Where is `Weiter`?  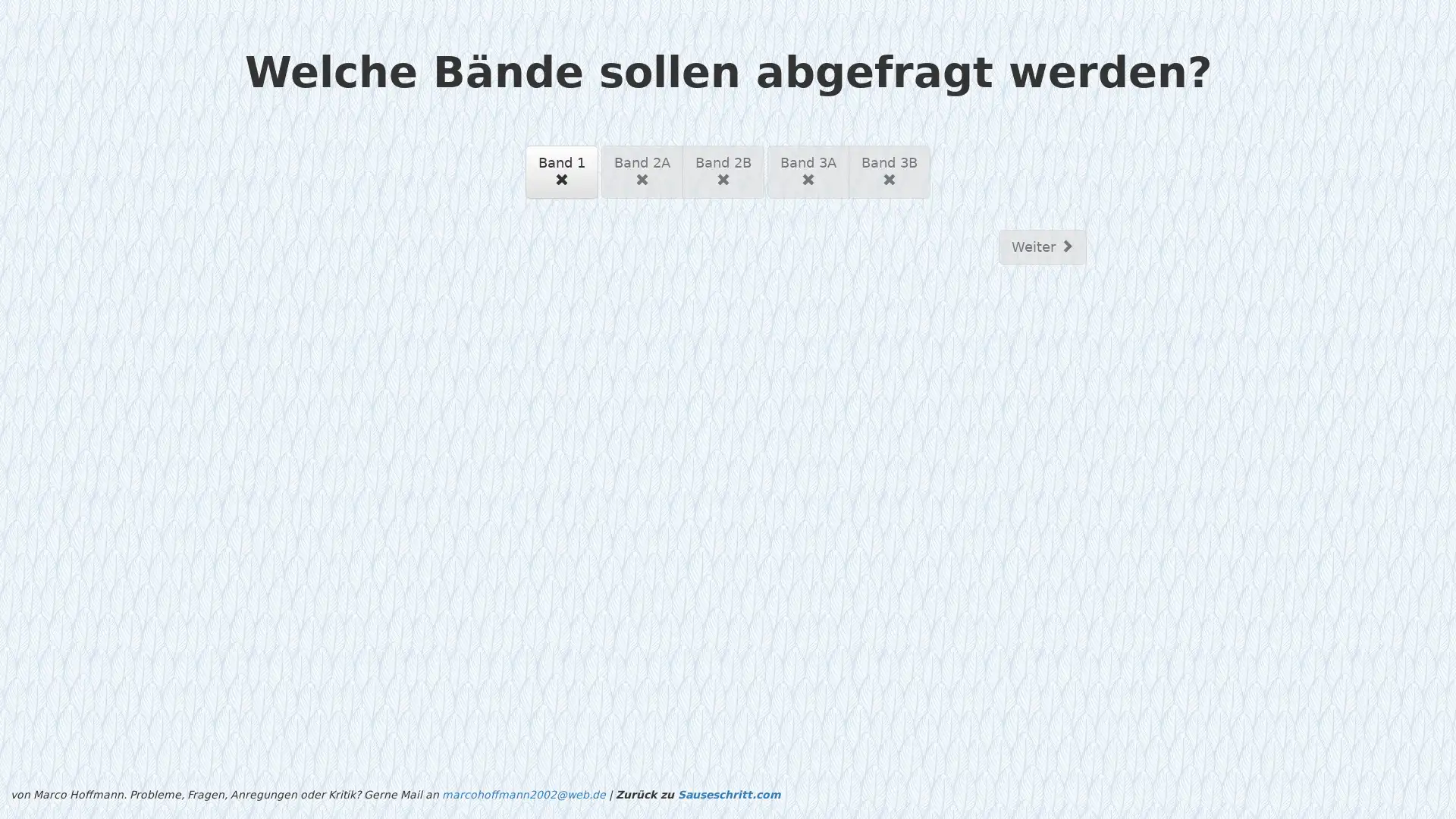 Weiter is located at coordinates (1040, 246).